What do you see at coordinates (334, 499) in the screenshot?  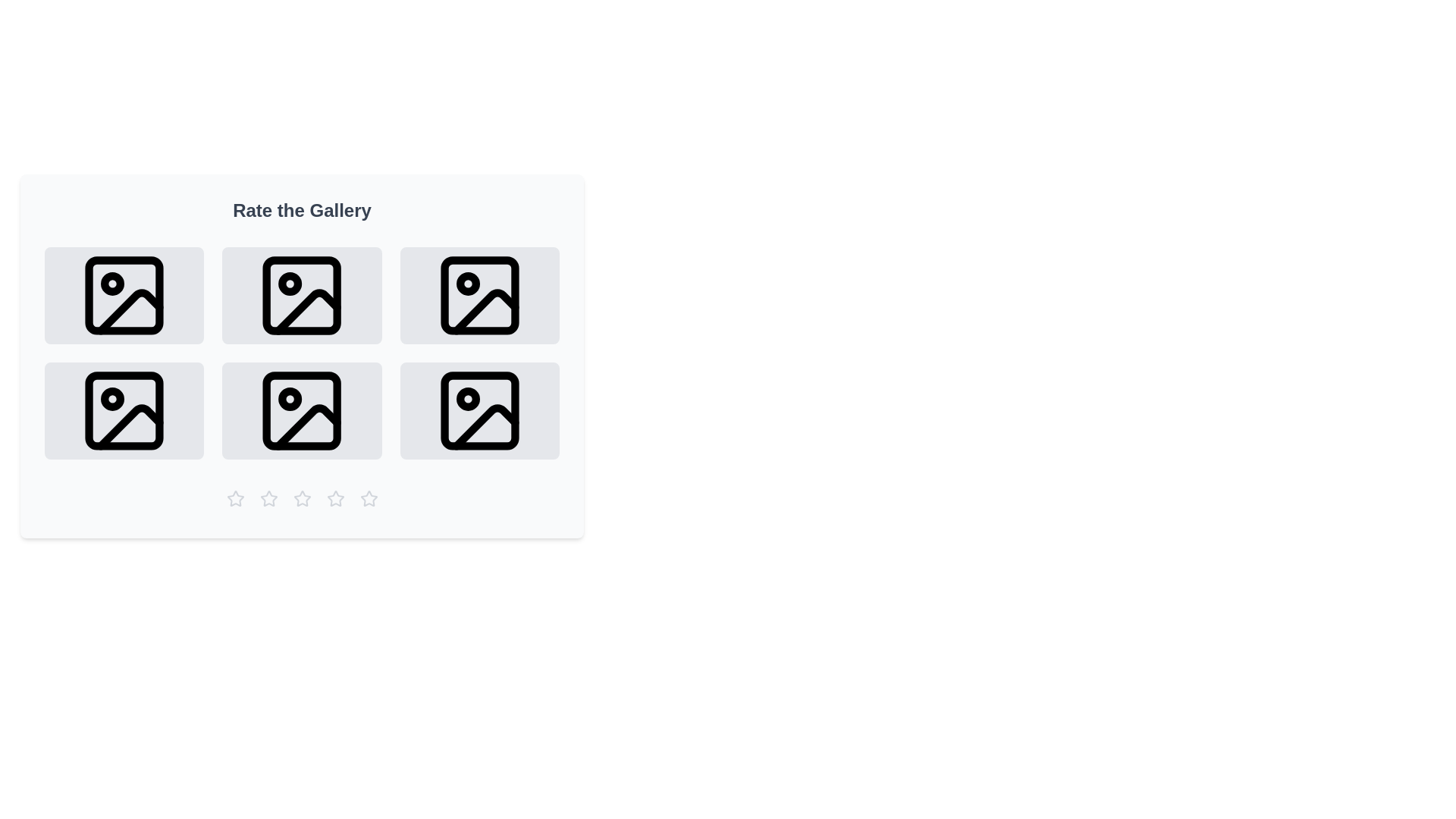 I see `the star rating button corresponding to 4 stars` at bounding box center [334, 499].